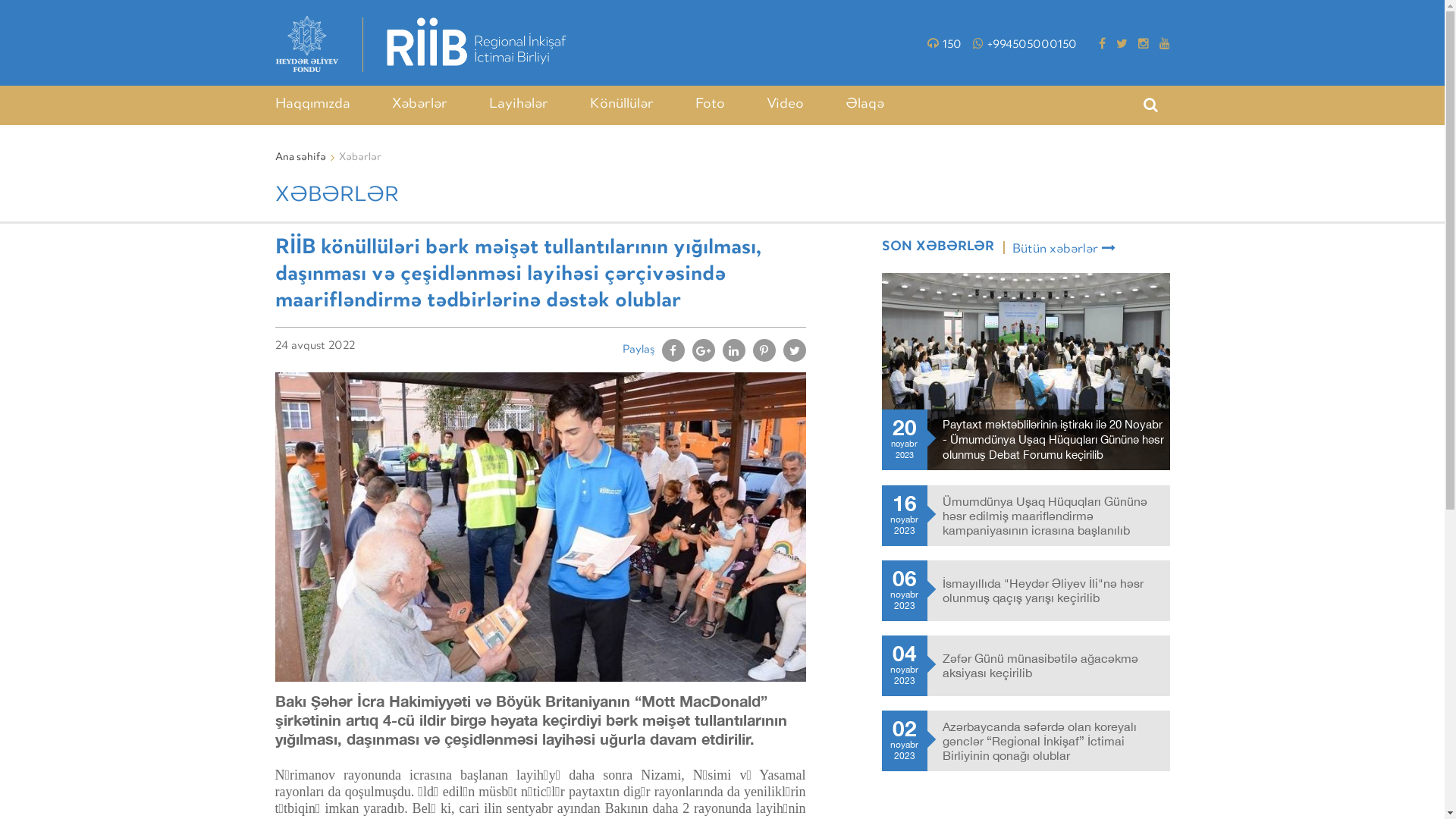 The width and height of the screenshot is (1456, 819). What do you see at coordinates (784, 104) in the screenshot?
I see `'Video'` at bounding box center [784, 104].